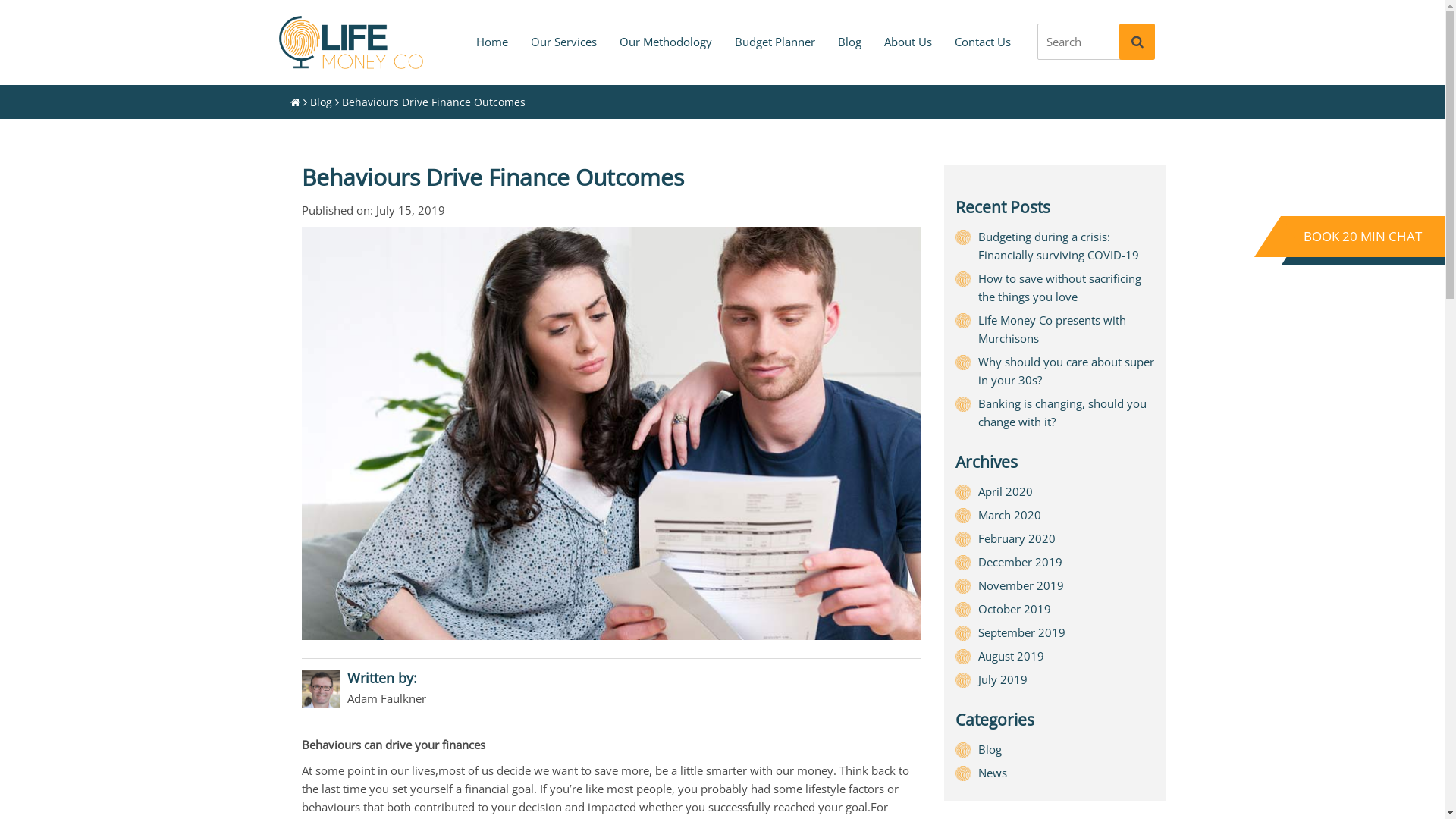 The image size is (1456, 819). Describe the element at coordinates (1051, 328) in the screenshot. I see `'Life Money Co presents with Murchisons'` at that location.